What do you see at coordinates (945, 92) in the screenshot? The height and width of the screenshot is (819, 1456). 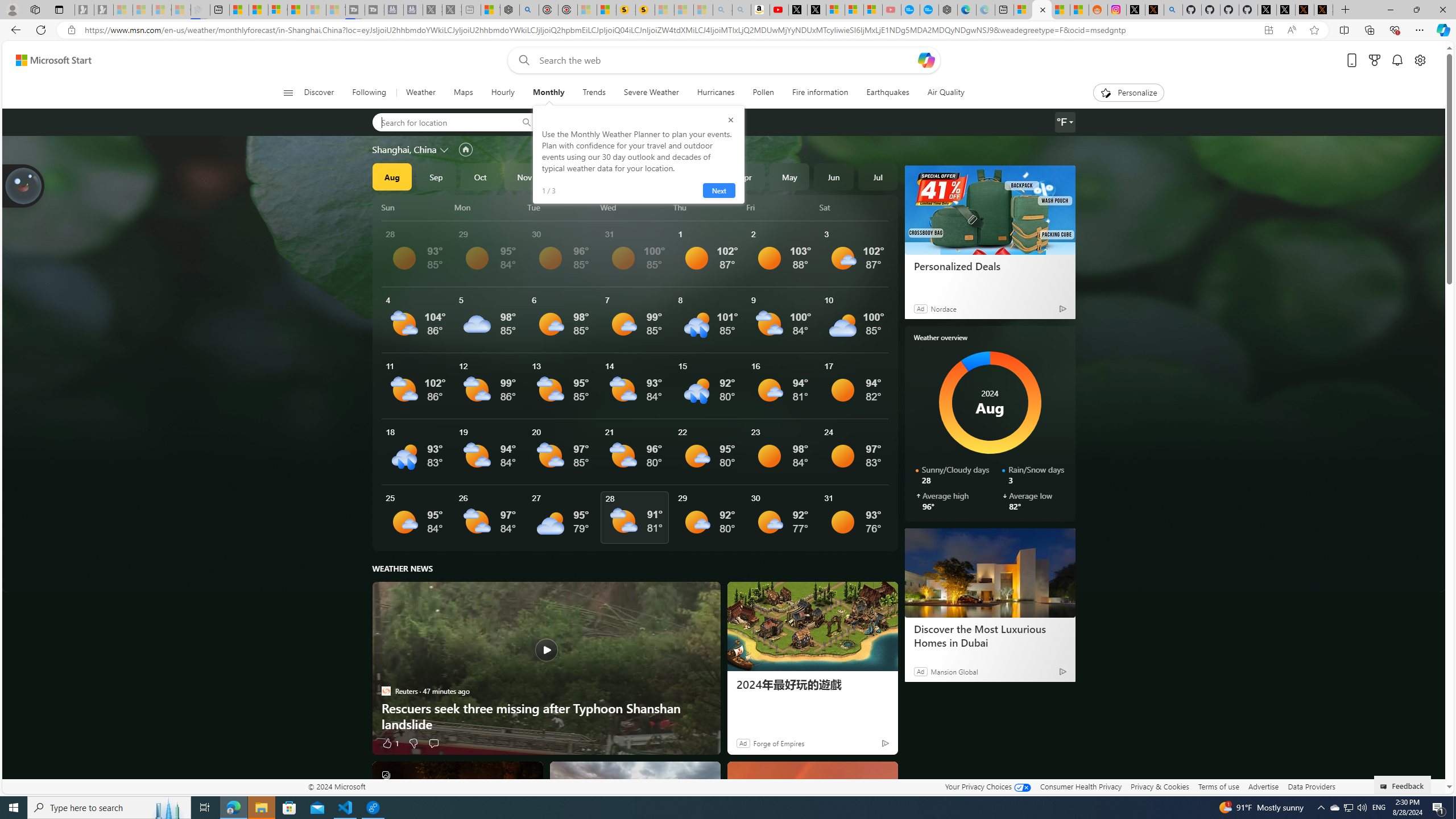 I see `'Air Quality'` at bounding box center [945, 92].